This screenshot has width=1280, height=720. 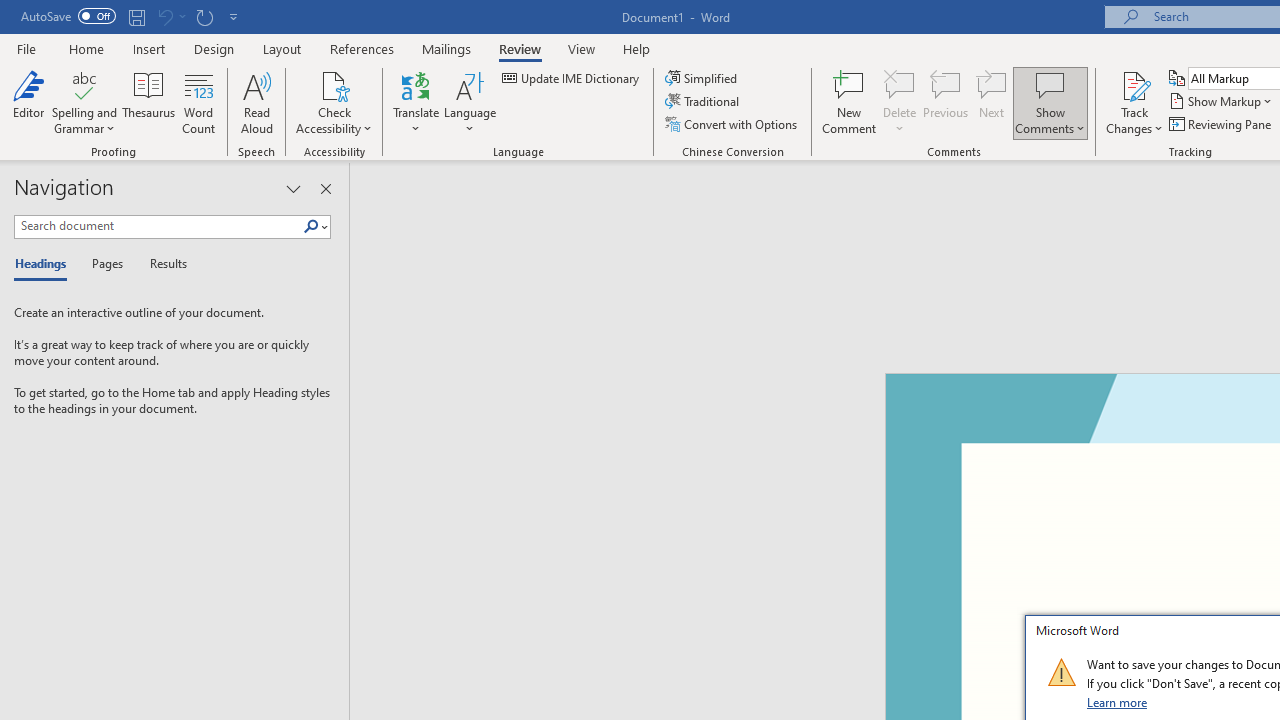 What do you see at coordinates (571, 77) in the screenshot?
I see `'Update IME Dictionary...'` at bounding box center [571, 77].